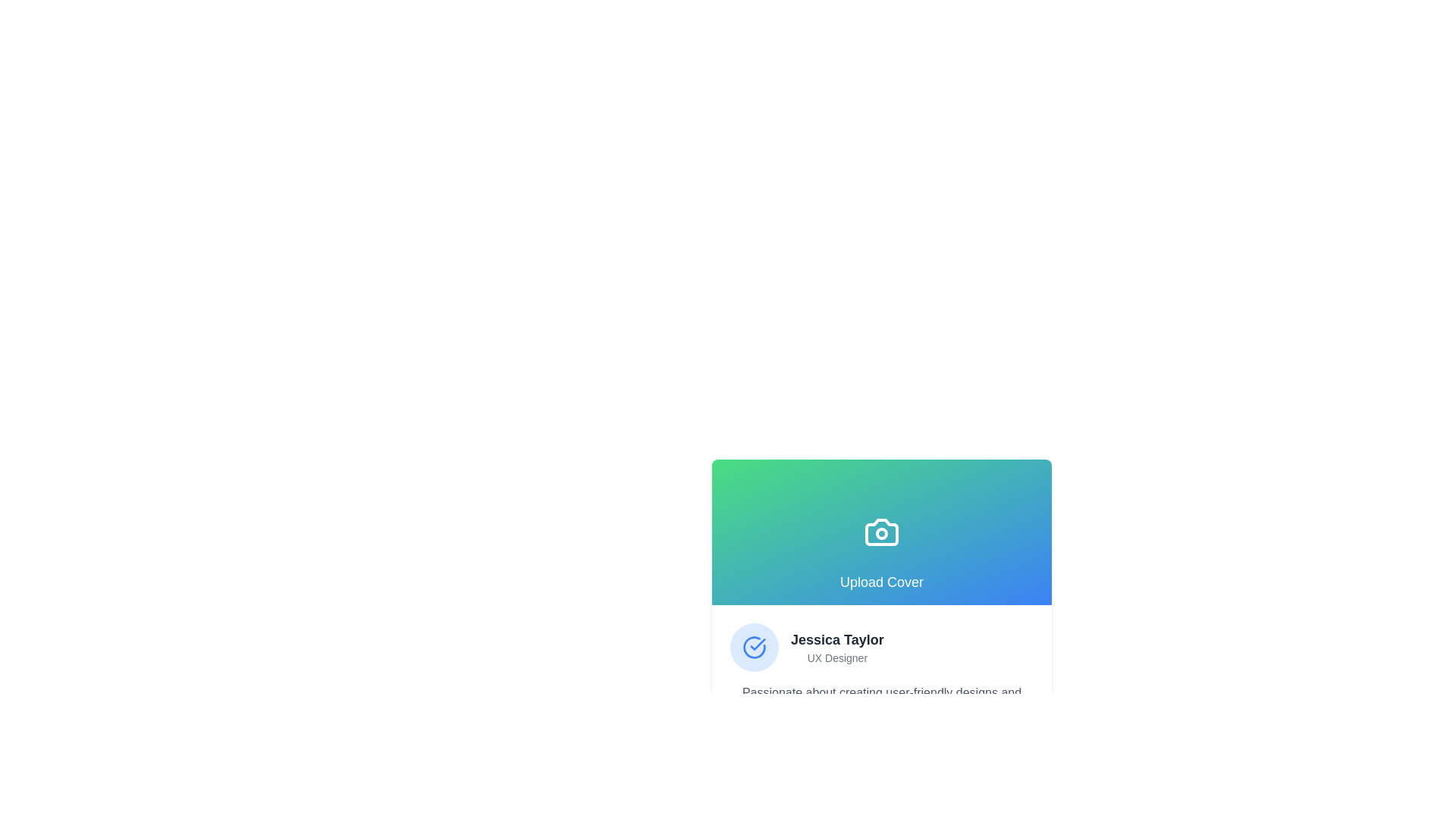  What do you see at coordinates (881, 533) in the screenshot?
I see `circle element within the SVG camera icon in the 'Upload Cover' section, located at the top center of the visible card` at bounding box center [881, 533].